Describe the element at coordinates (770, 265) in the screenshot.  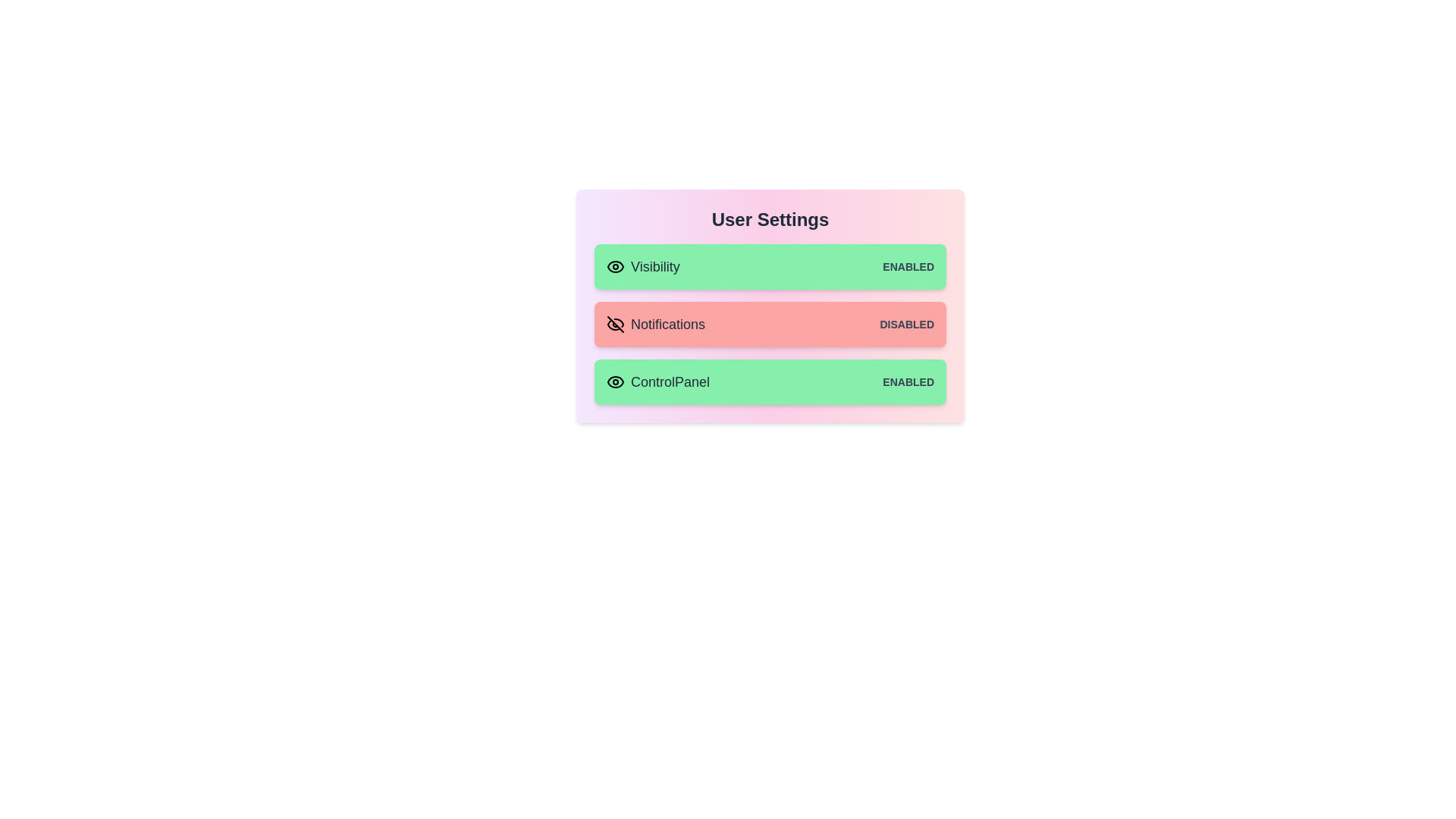
I see `the item corresponding to Visibility to observe its hover effect` at that location.